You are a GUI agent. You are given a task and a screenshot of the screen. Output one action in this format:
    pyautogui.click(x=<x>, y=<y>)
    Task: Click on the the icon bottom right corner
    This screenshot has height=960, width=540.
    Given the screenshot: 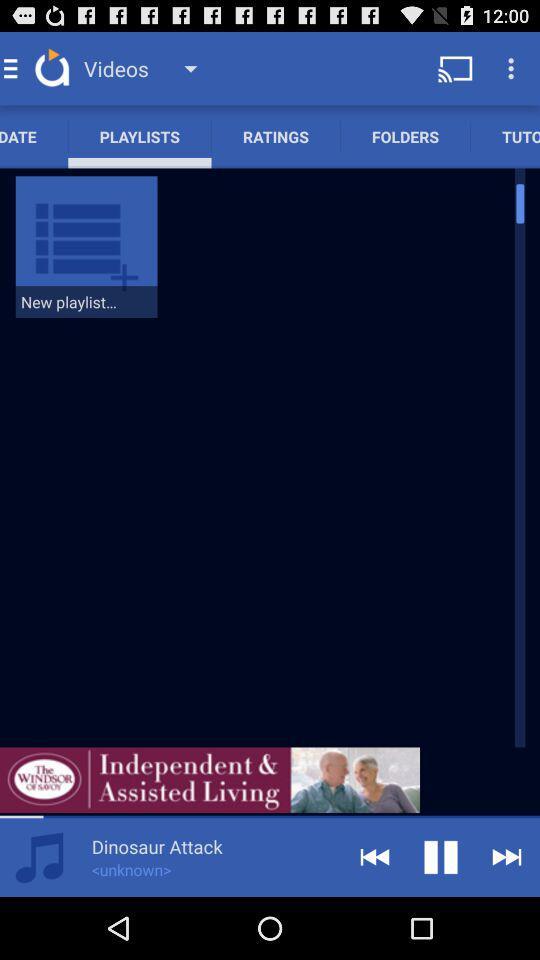 What is the action you would take?
    pyautogui.click(x=507, y=856)
    